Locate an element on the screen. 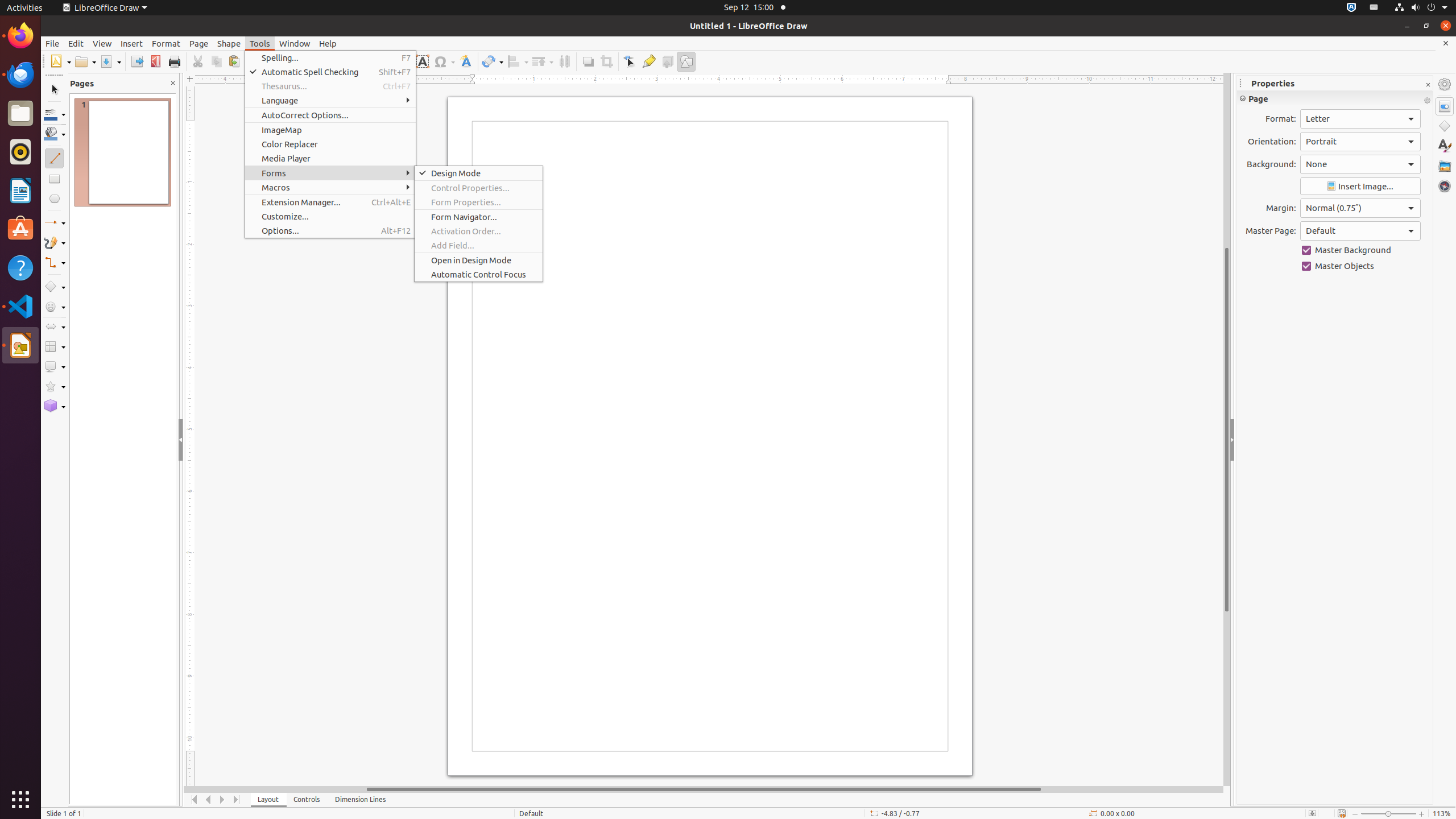  'Move Right' is located at coordinates (222, 799).